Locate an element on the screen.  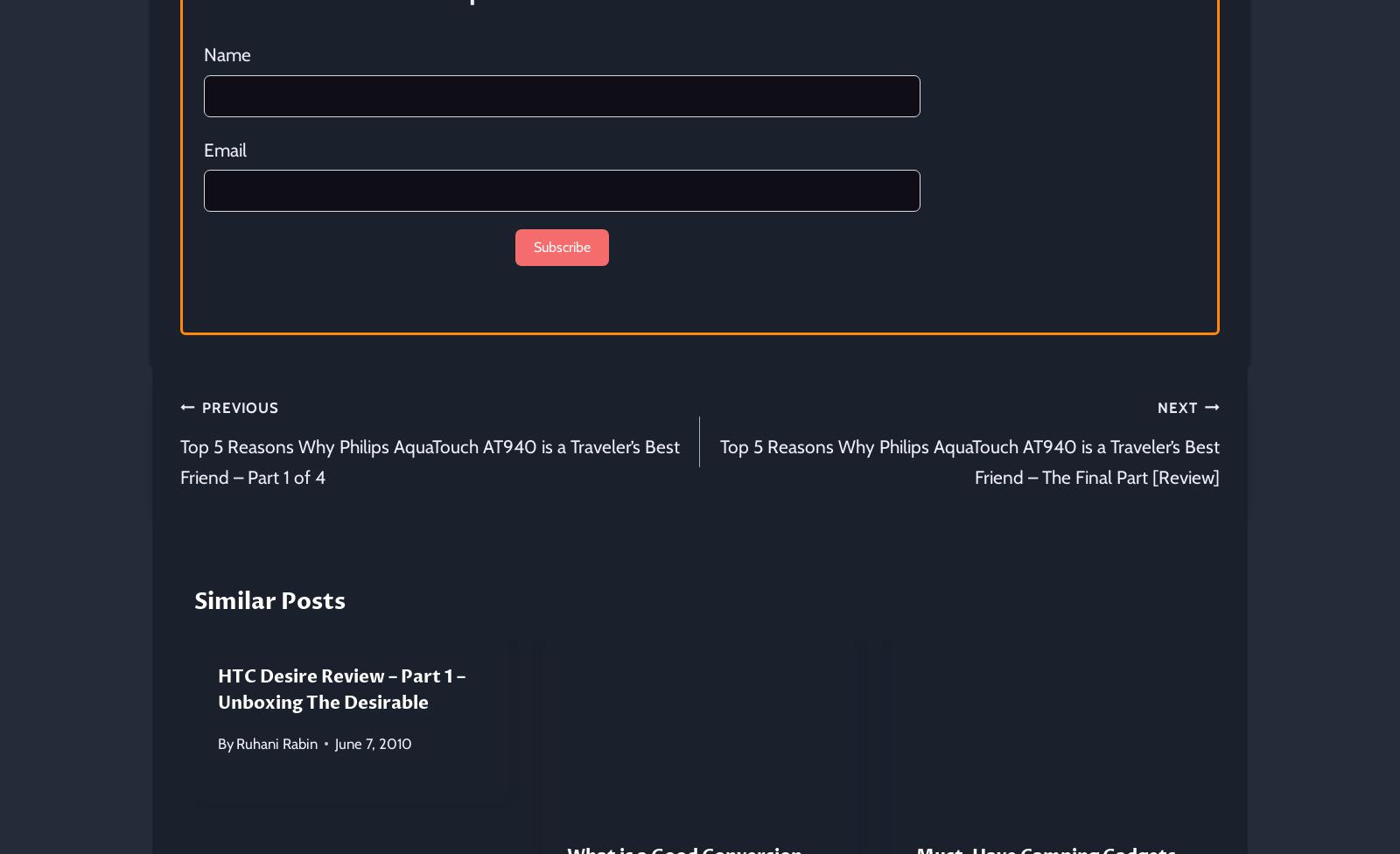
'By' is located at coordinates (226, 743).